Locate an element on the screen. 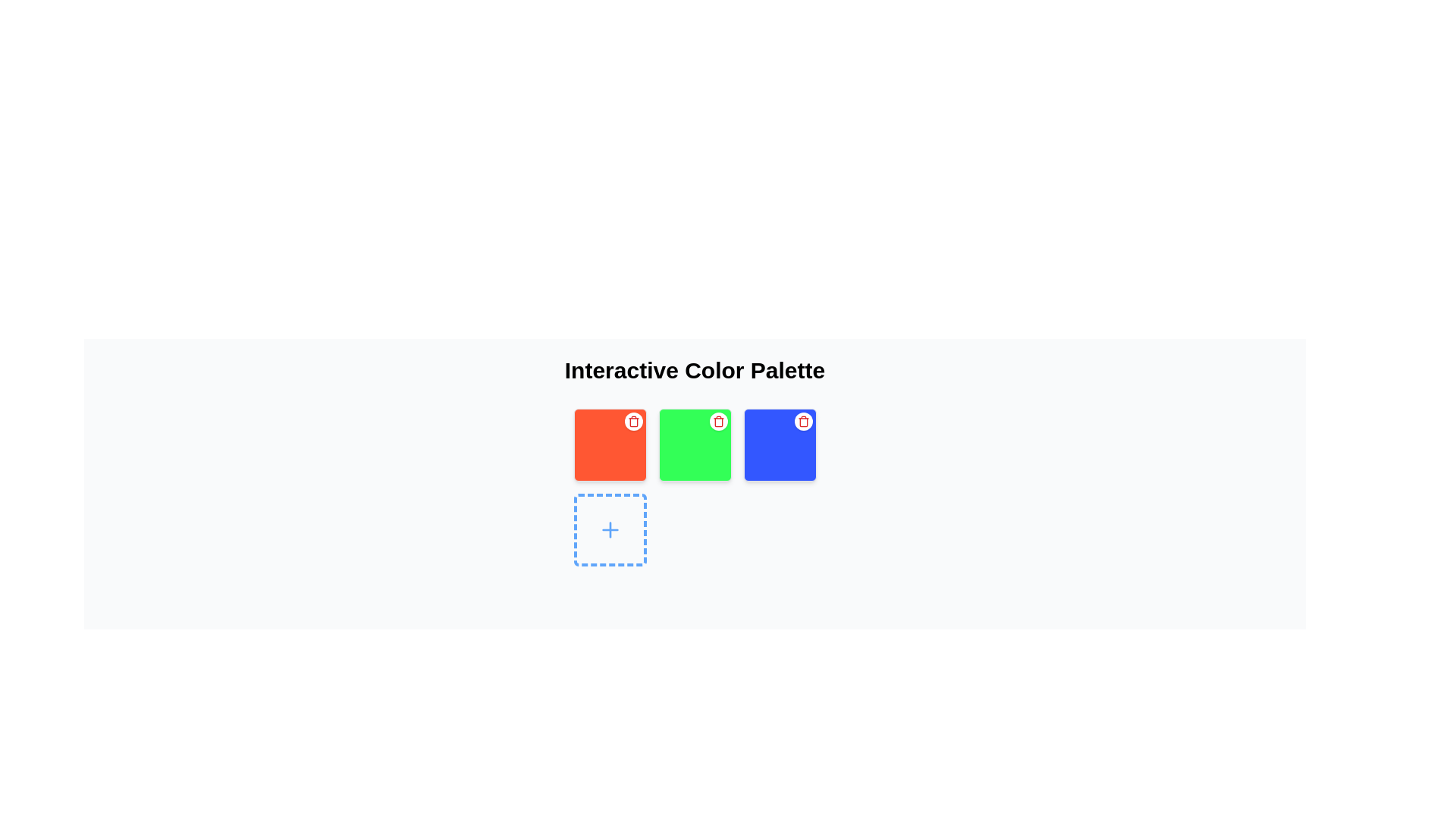  the delete button located at the top-right corner of the red square box is located at coordinates (633, 421).